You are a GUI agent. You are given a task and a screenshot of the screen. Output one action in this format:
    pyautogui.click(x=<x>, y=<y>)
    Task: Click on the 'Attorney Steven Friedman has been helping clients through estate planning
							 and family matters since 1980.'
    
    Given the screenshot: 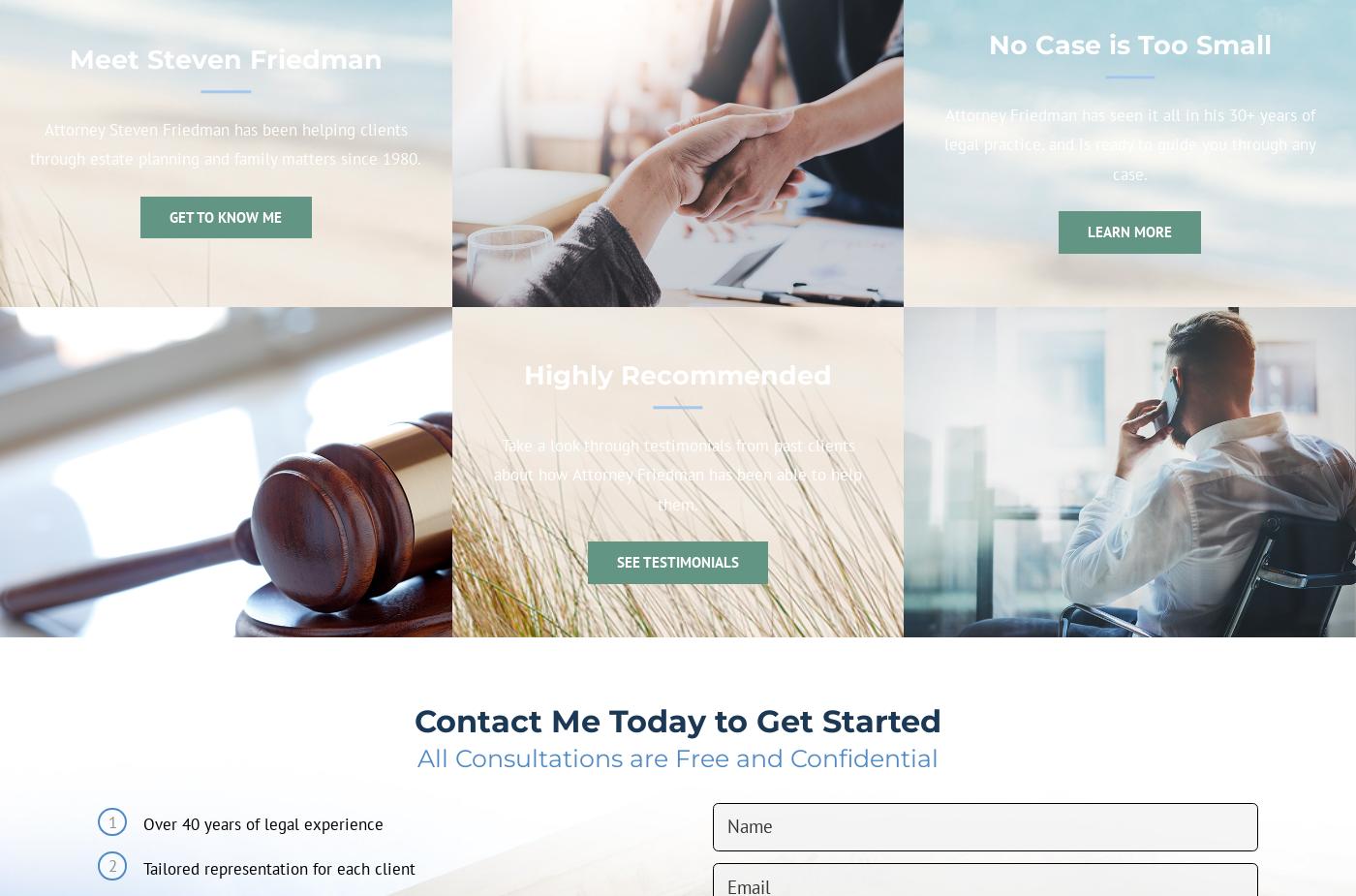 What is the action you would take?
    pyautogui.click(x=29, y=143)
    